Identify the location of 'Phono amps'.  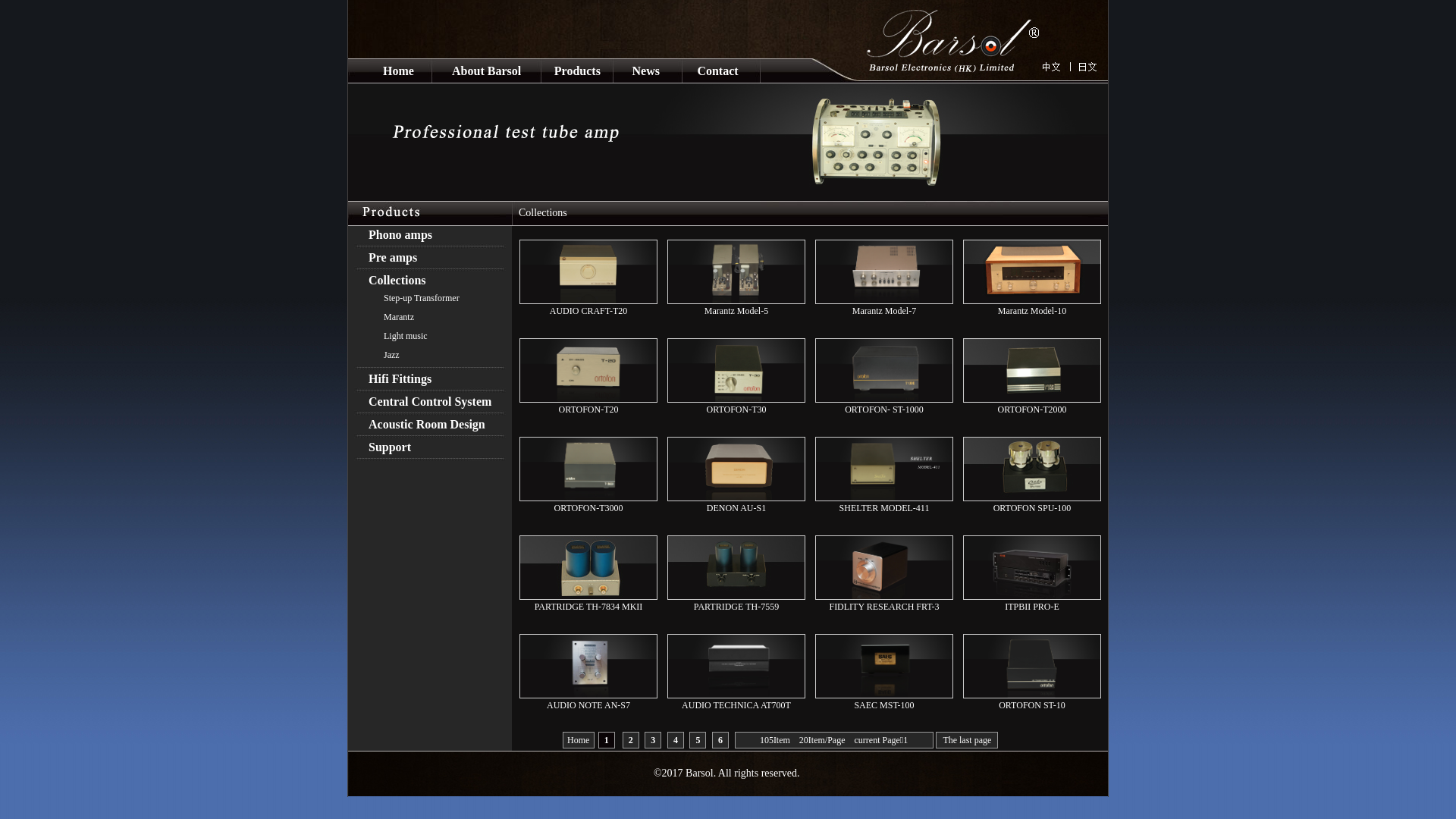
(428, 234).